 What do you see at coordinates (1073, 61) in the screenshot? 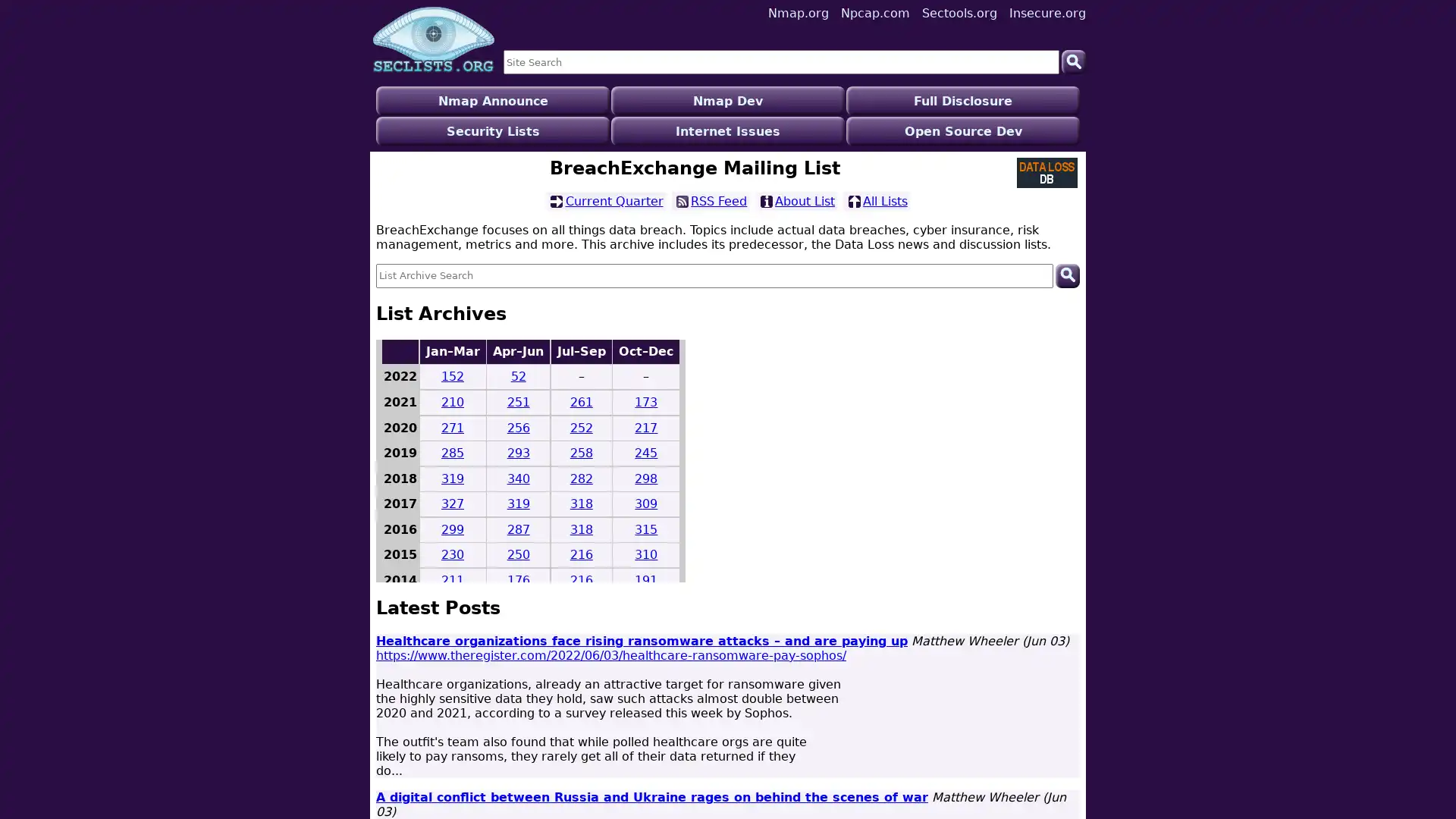
I see `Search` at bounding box center [1073, 61].